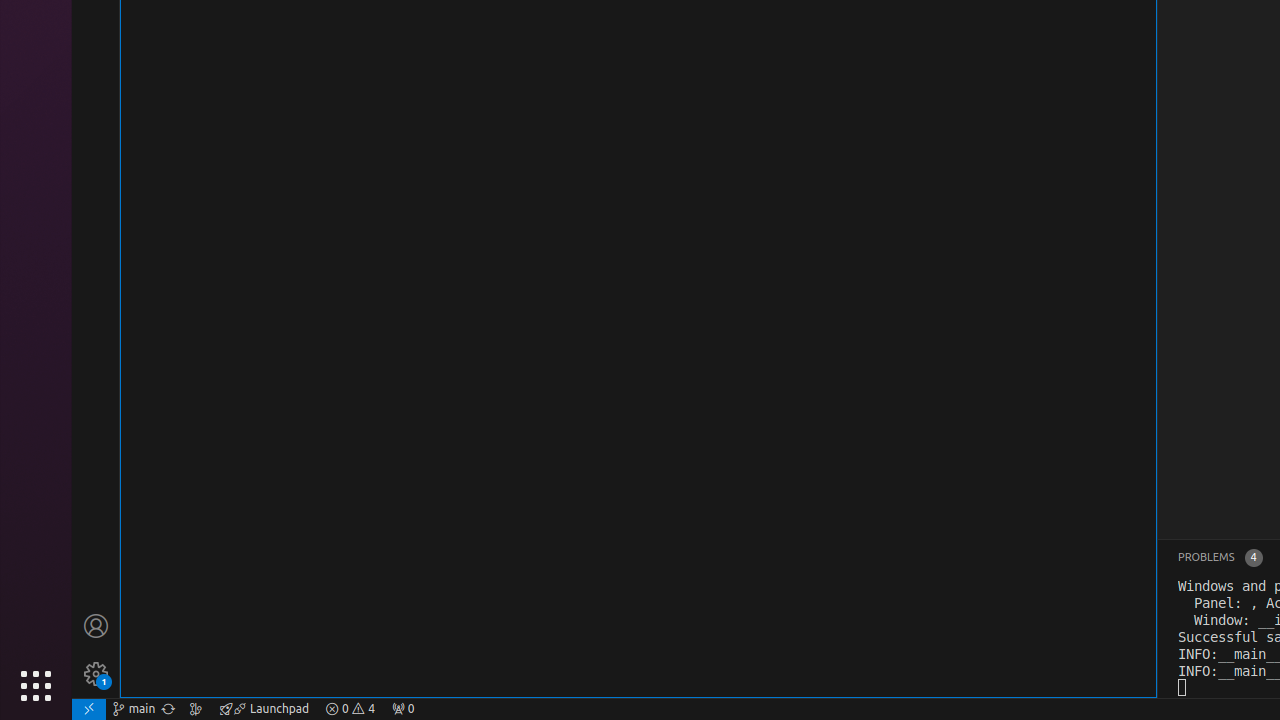  I want to click on 'Warnings: 4', so click(350, 707).